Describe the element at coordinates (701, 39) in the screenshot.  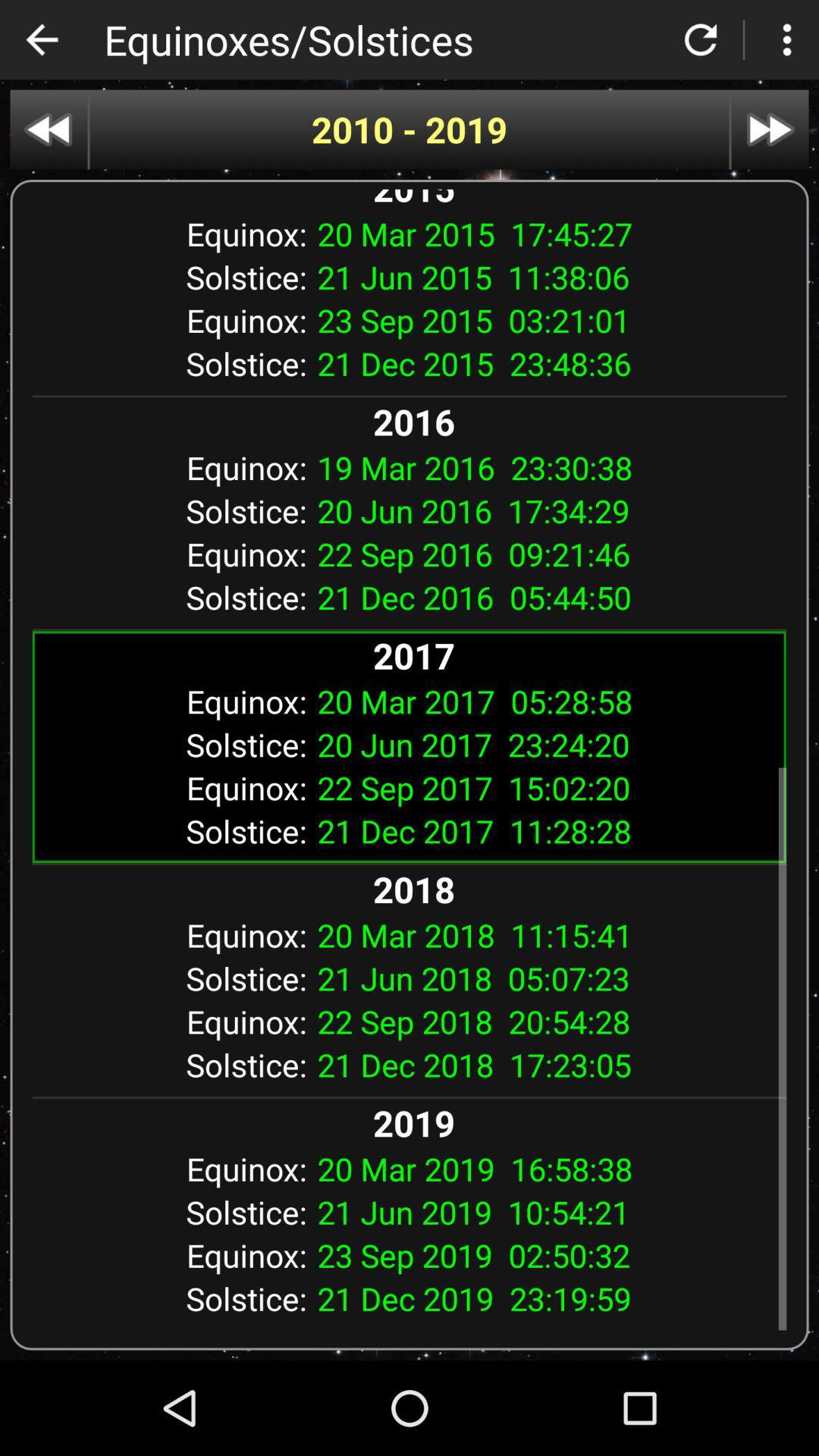
I see `the refresh icon` at that location.